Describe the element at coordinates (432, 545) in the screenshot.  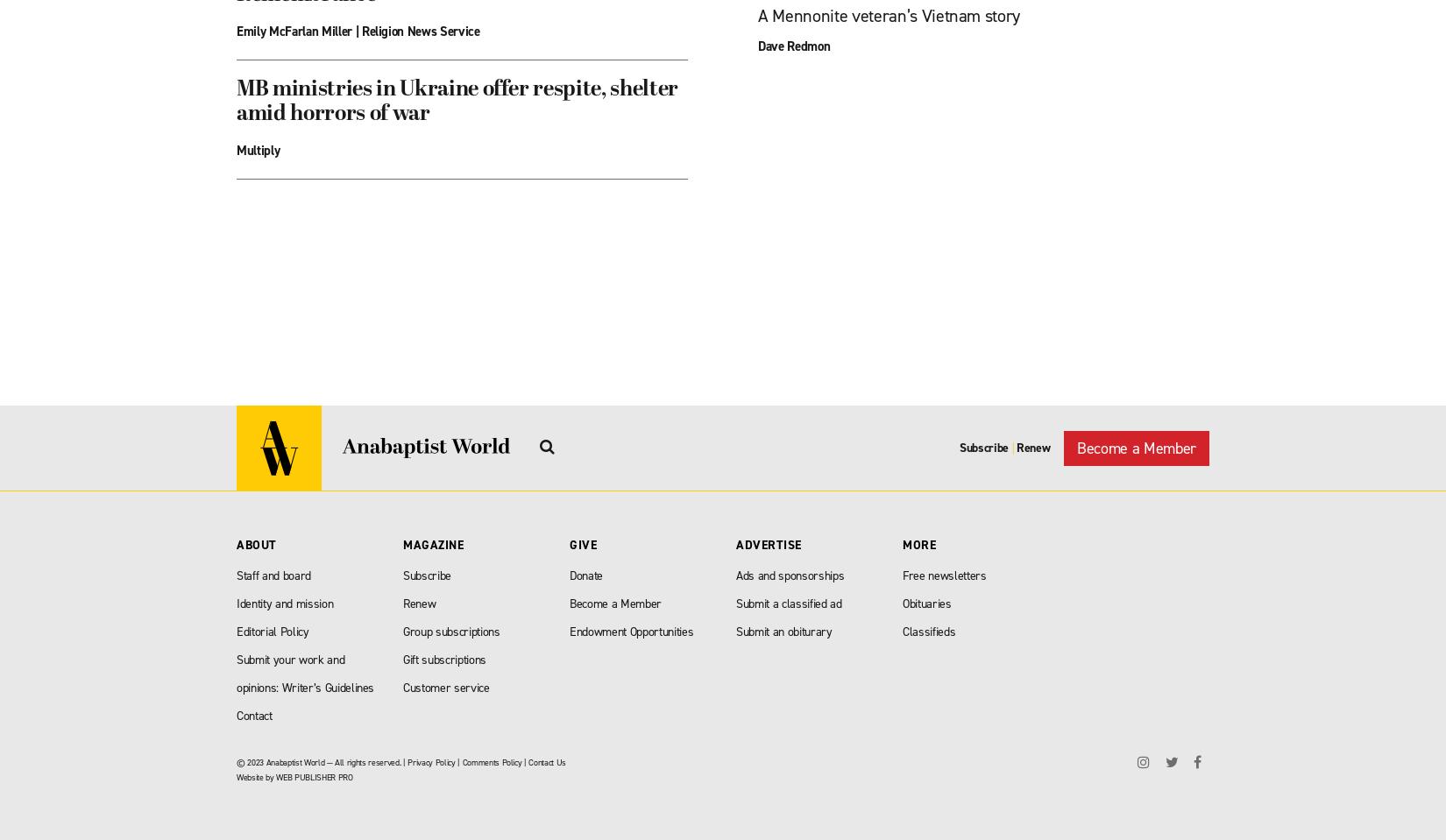
I see `'MAGAZINE'` at that location.